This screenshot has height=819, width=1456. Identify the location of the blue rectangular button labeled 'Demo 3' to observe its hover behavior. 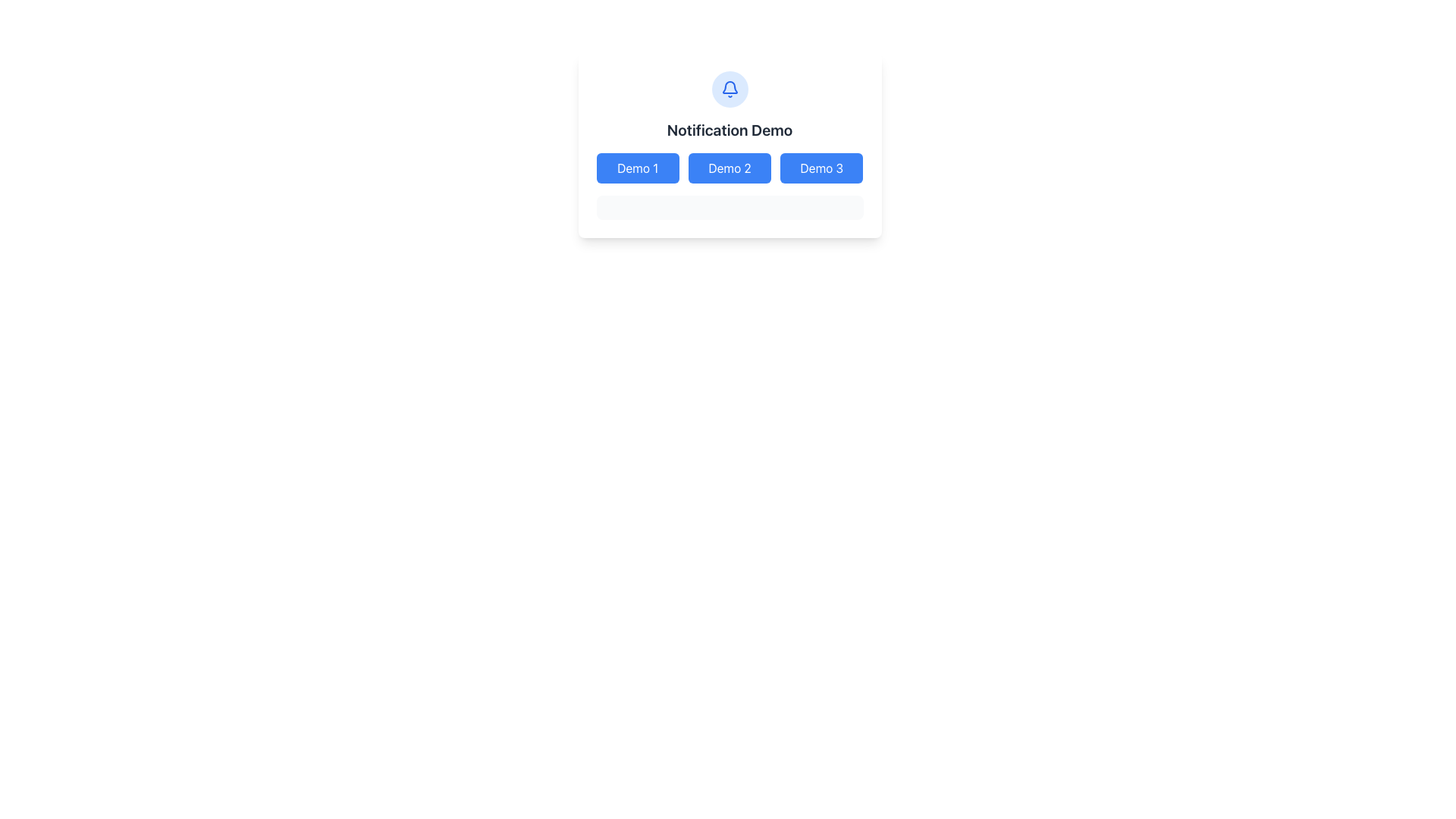
(821, 168).